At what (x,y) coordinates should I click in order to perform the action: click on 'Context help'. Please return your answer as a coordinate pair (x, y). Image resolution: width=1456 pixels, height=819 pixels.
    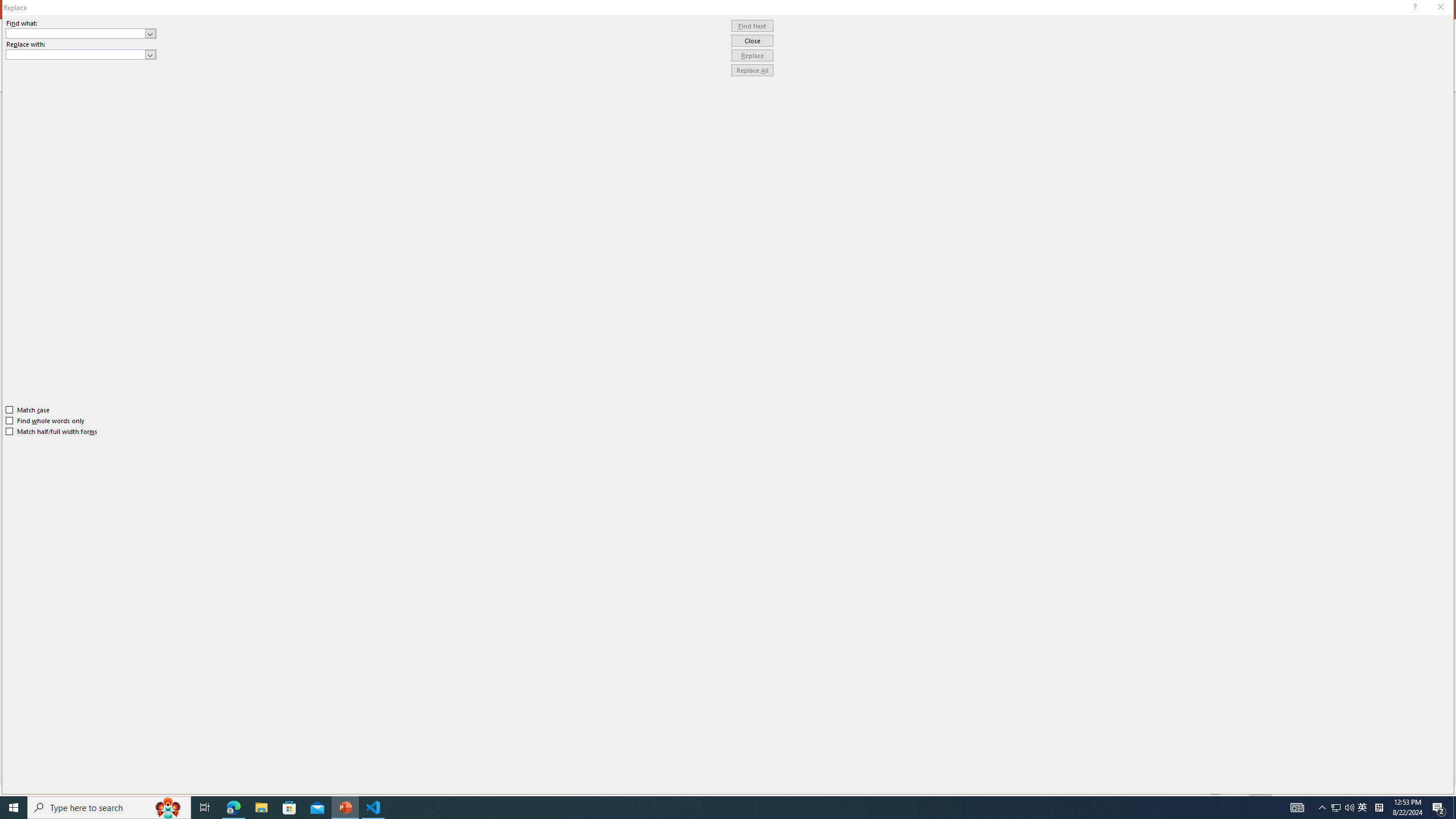
    Looking at the image, I should click on (1413, 9).